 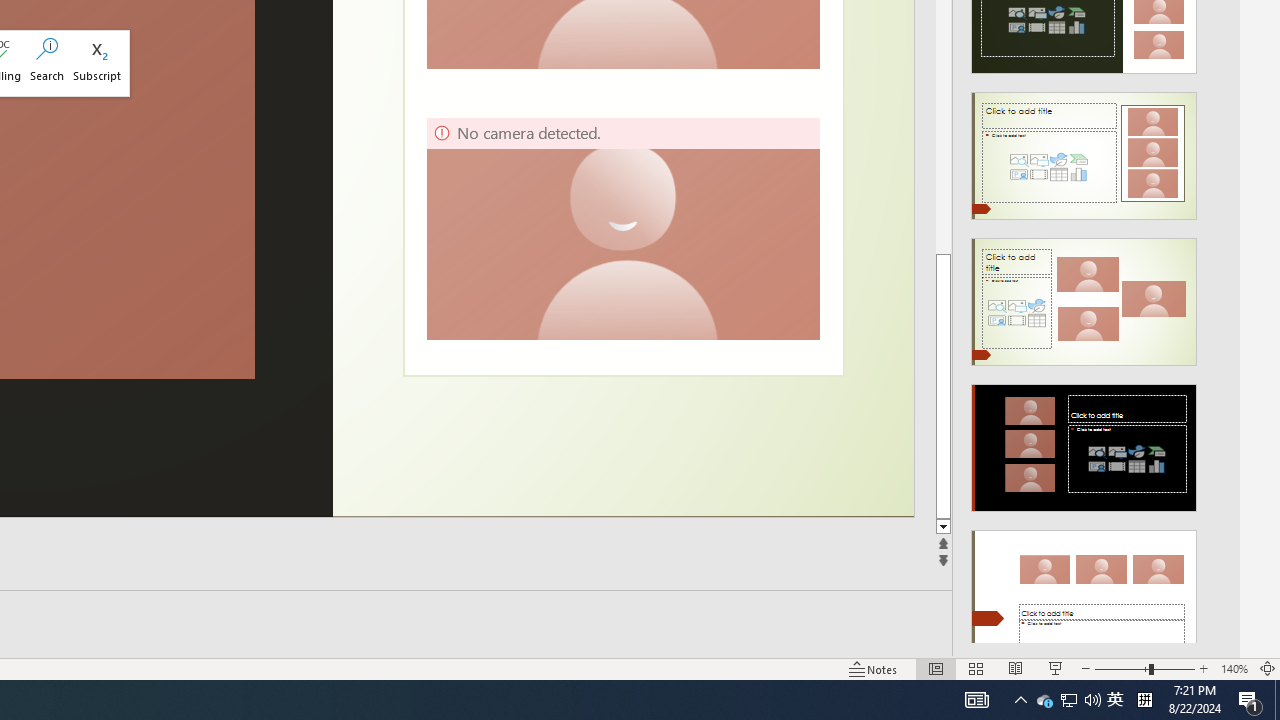 What do you see at coordinates (47, 62) in the screenshot?
I see `'Search'` at bounding box center [47, 62].